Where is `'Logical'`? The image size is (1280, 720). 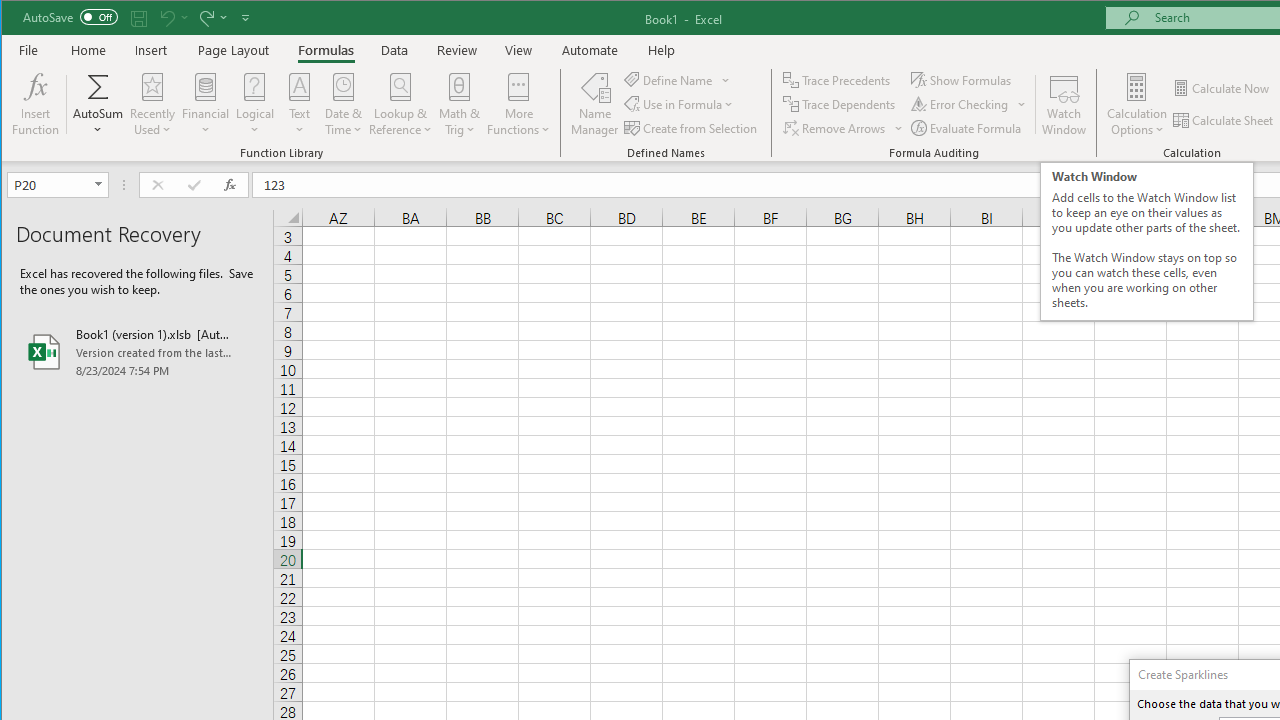
'Logical' is located at coordinates (254, 104).